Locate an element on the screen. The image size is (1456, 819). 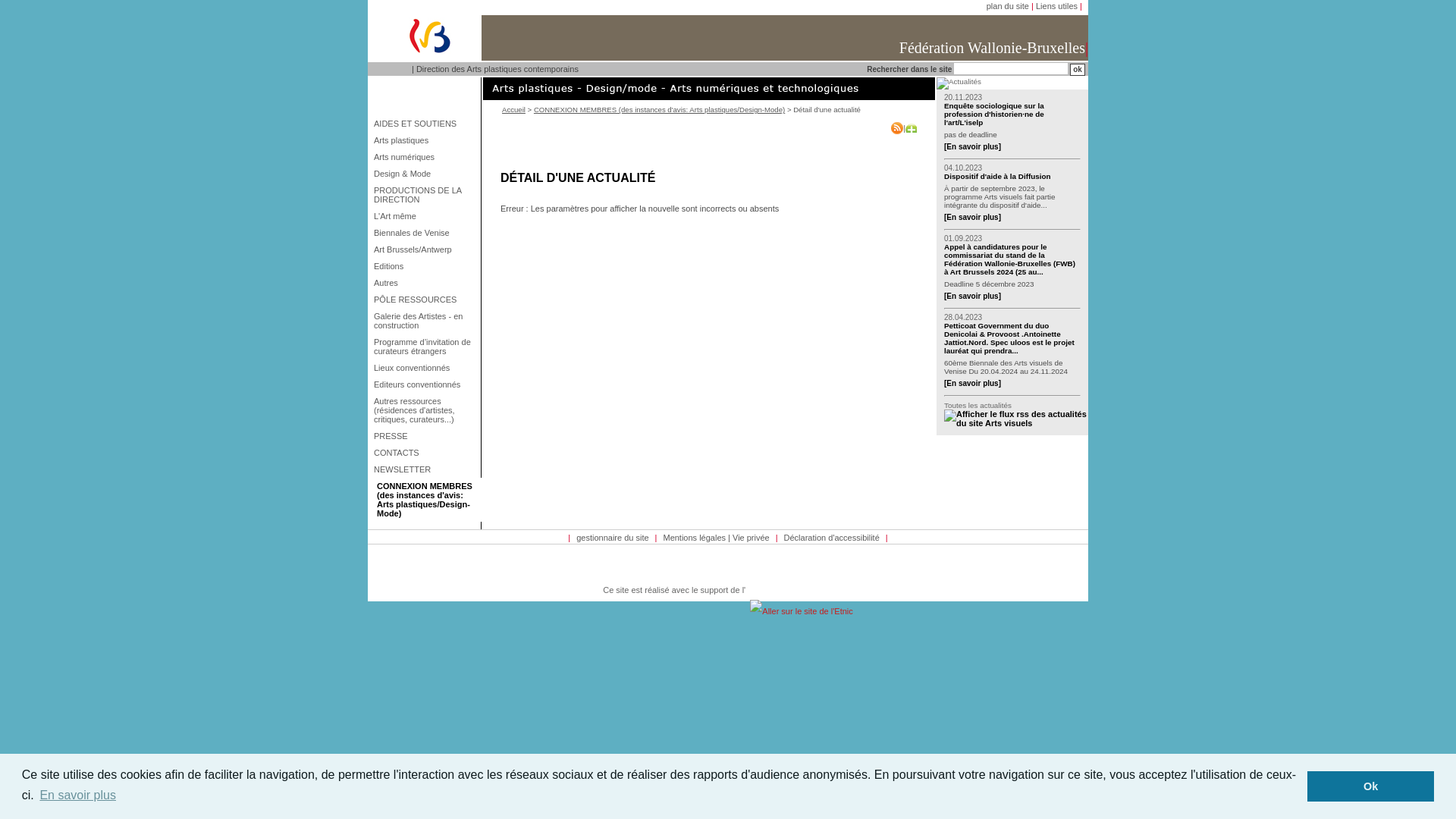
'Biennales de Venise' is located at coordinates (371, 233).